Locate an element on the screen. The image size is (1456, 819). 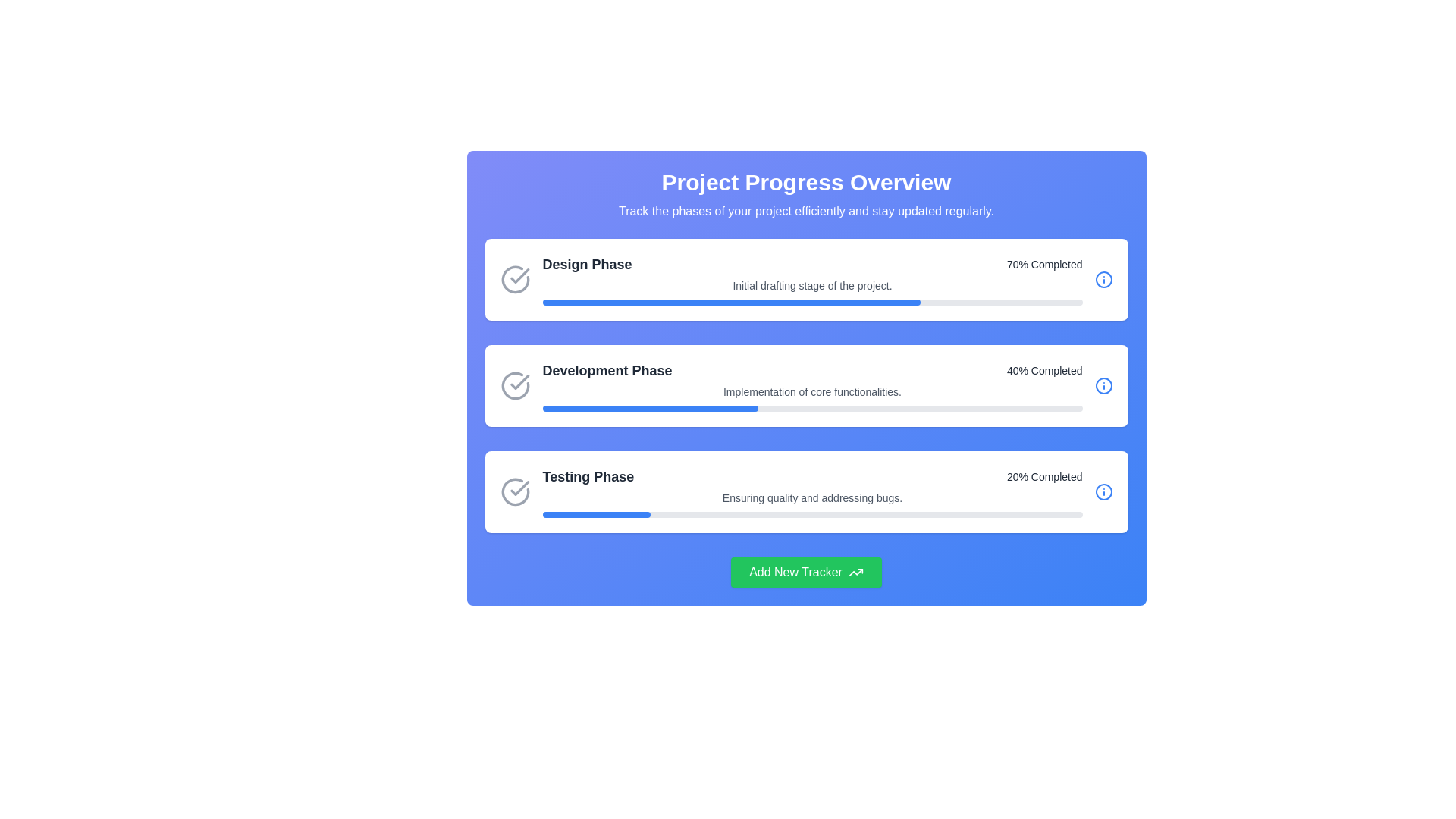
the blue outlined circular 'info' icon located at the far right of the 'Design Phase' card to obtain further information is located at coordinates (1103, 280).